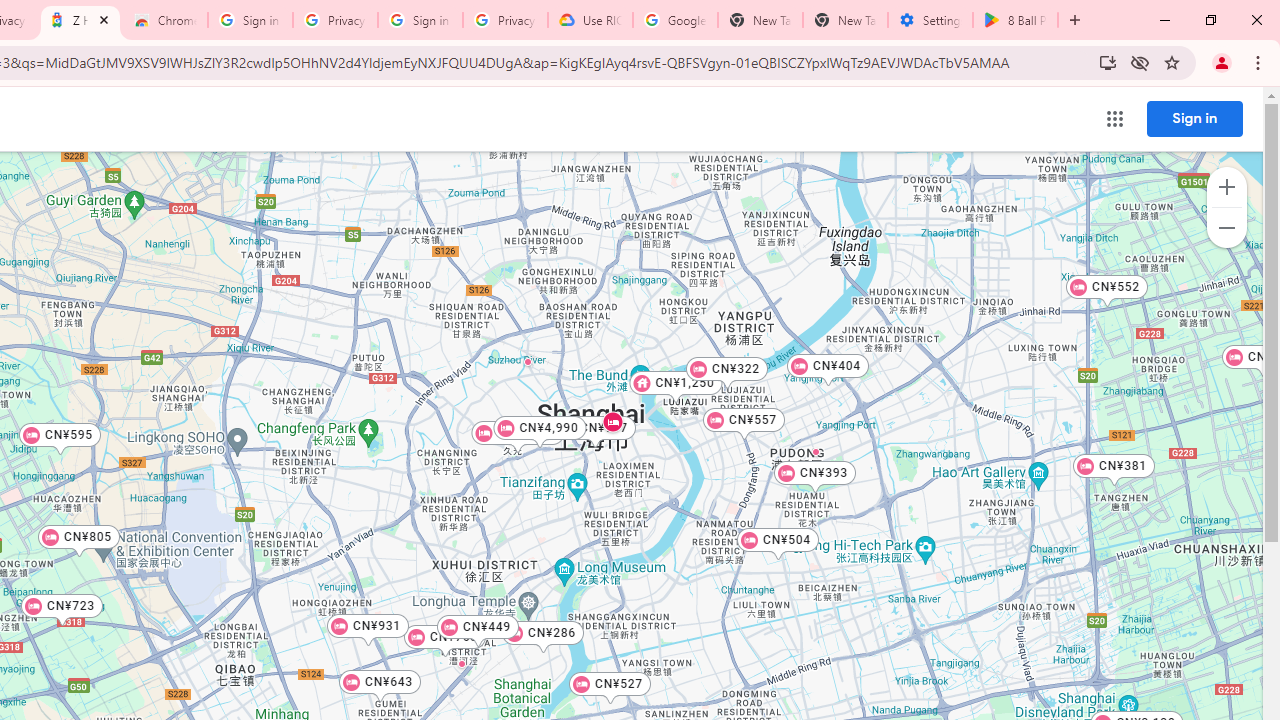 The height and width of the screenshot is (720, 1280). Describe the element at coordinates (1225, 187) in the screenshot. I see `'Zoom in map'` at that location.